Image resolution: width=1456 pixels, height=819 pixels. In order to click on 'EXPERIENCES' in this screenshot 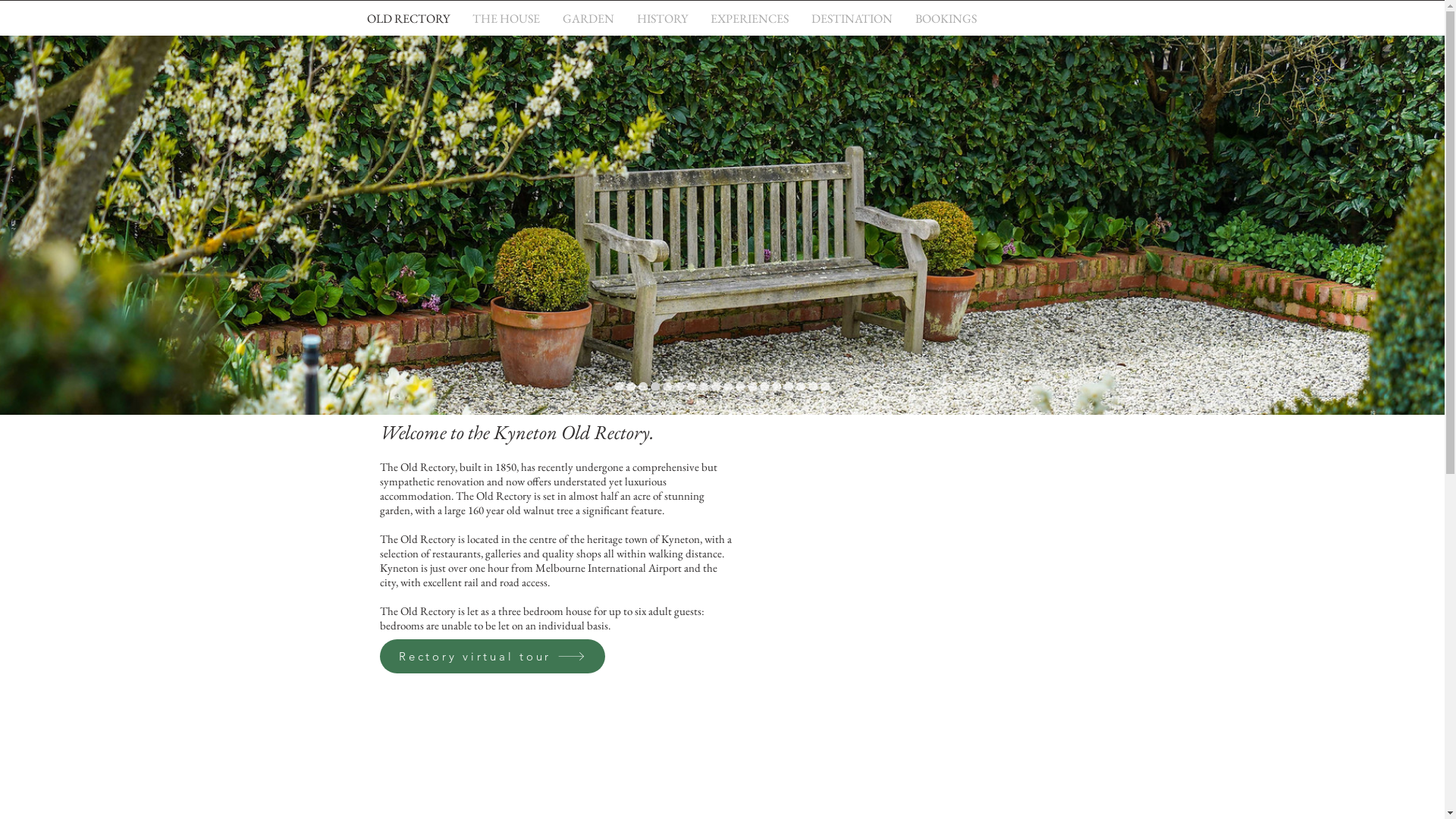, I will do `click(698, 18)`.